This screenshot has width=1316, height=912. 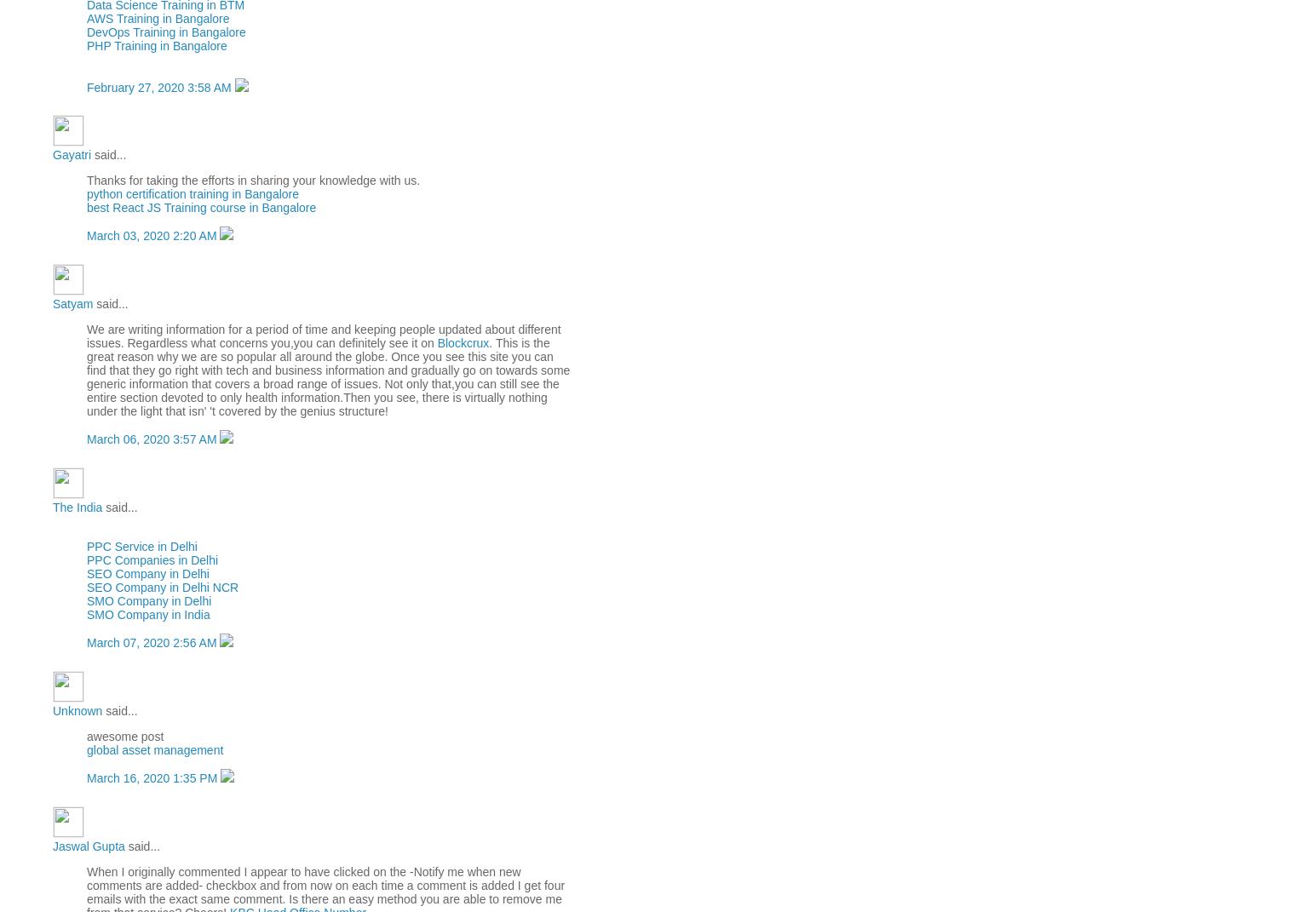 What do you see at coordinates (147, 614) in the screenshot?
I see `'SMO Company in India'` at bounding box center [147, 614].